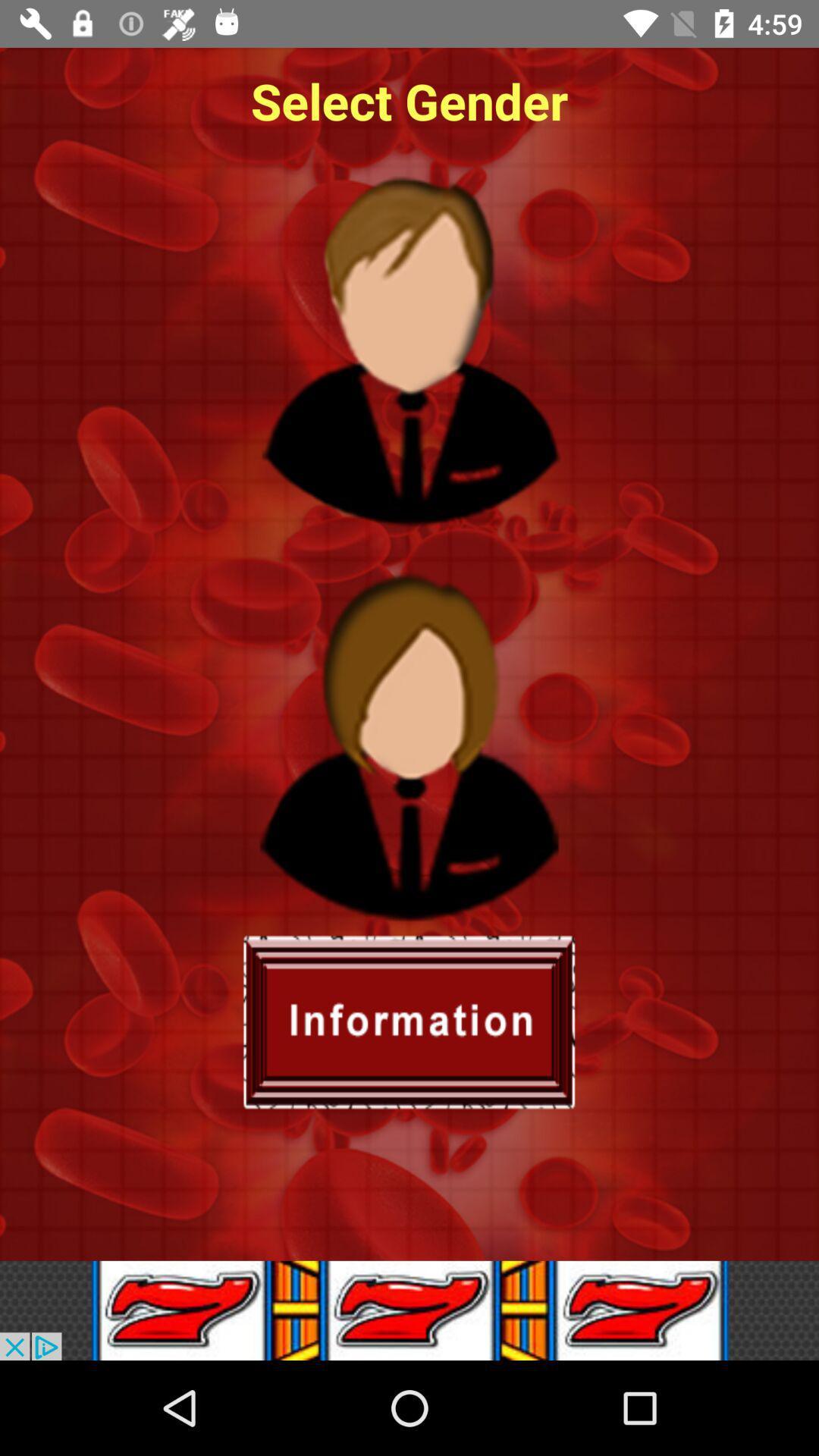 The width and height of the screenshot is (819, 1456). What do you see at coordinates (409, 1310) in the screenshot?
I see `advertisement` at bounding box center [409, 1310].